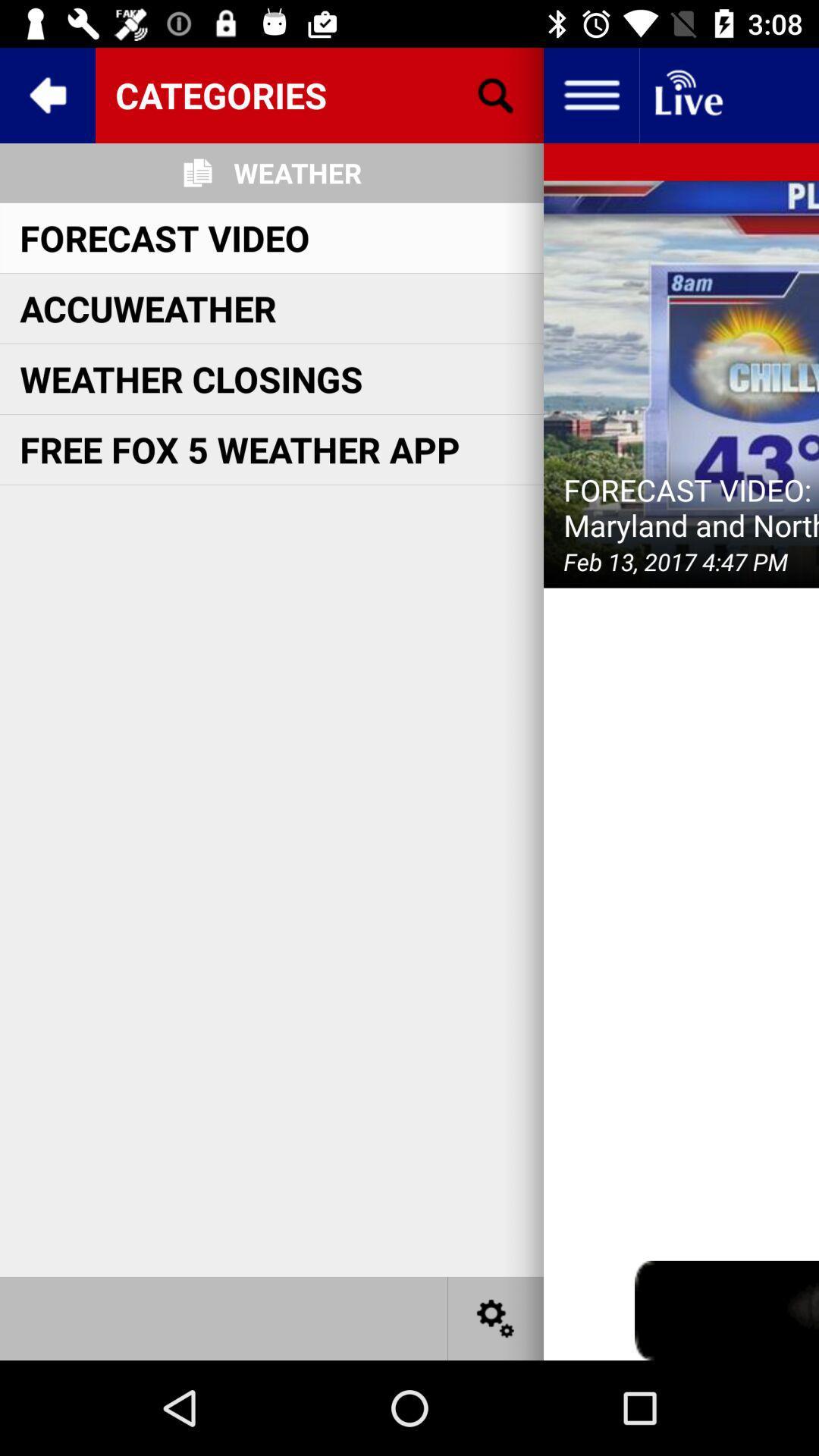  Describe the element at coordinates (165, 237) in the screenshot. I see `icon below weather` at that location.